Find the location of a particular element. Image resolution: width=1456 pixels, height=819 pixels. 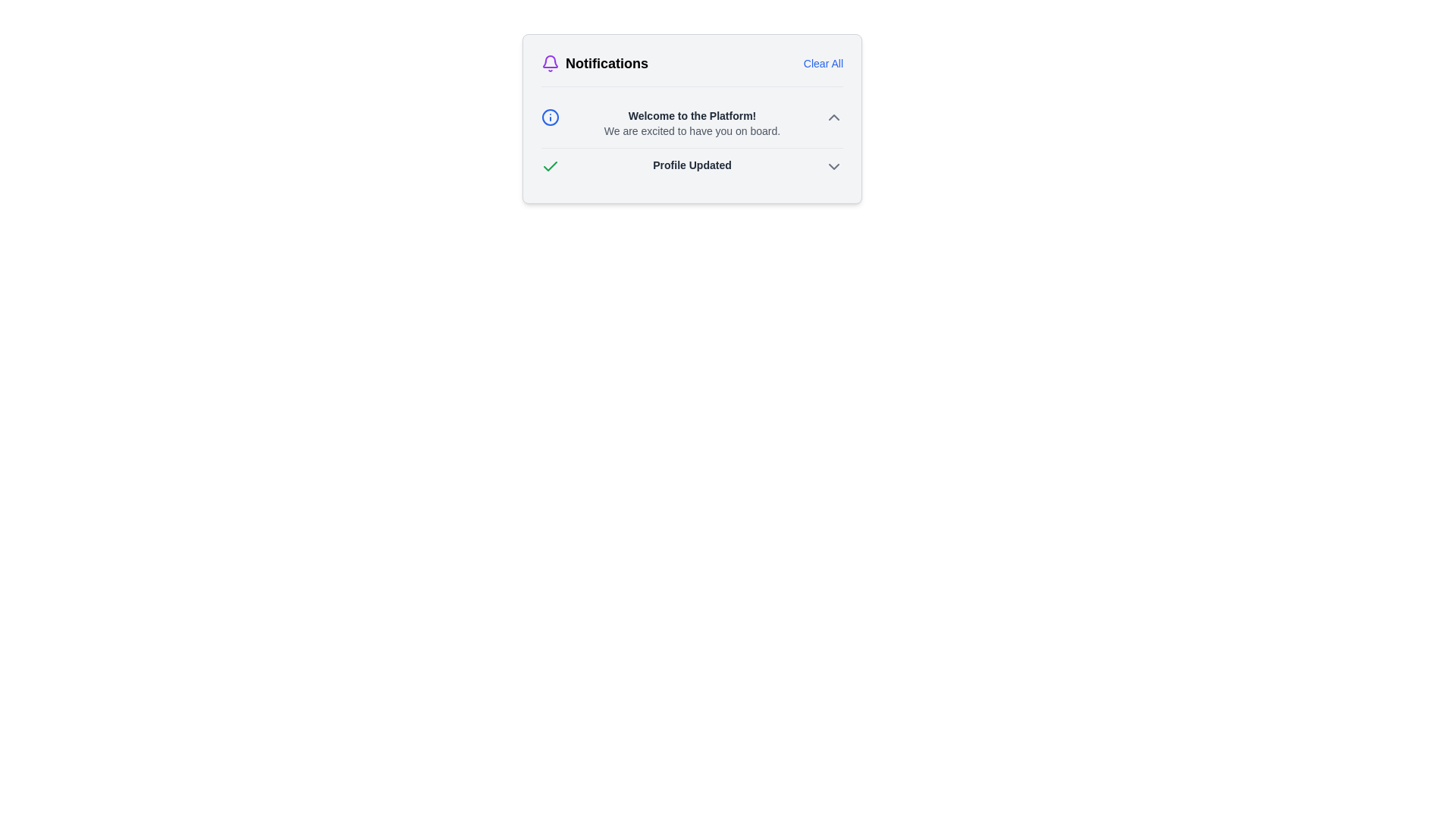

the text label that displays 'Welcome to the Platform!', which is styled in bold black text and located in the notification segment above the descriptive text is located at coordinates (691, 115).